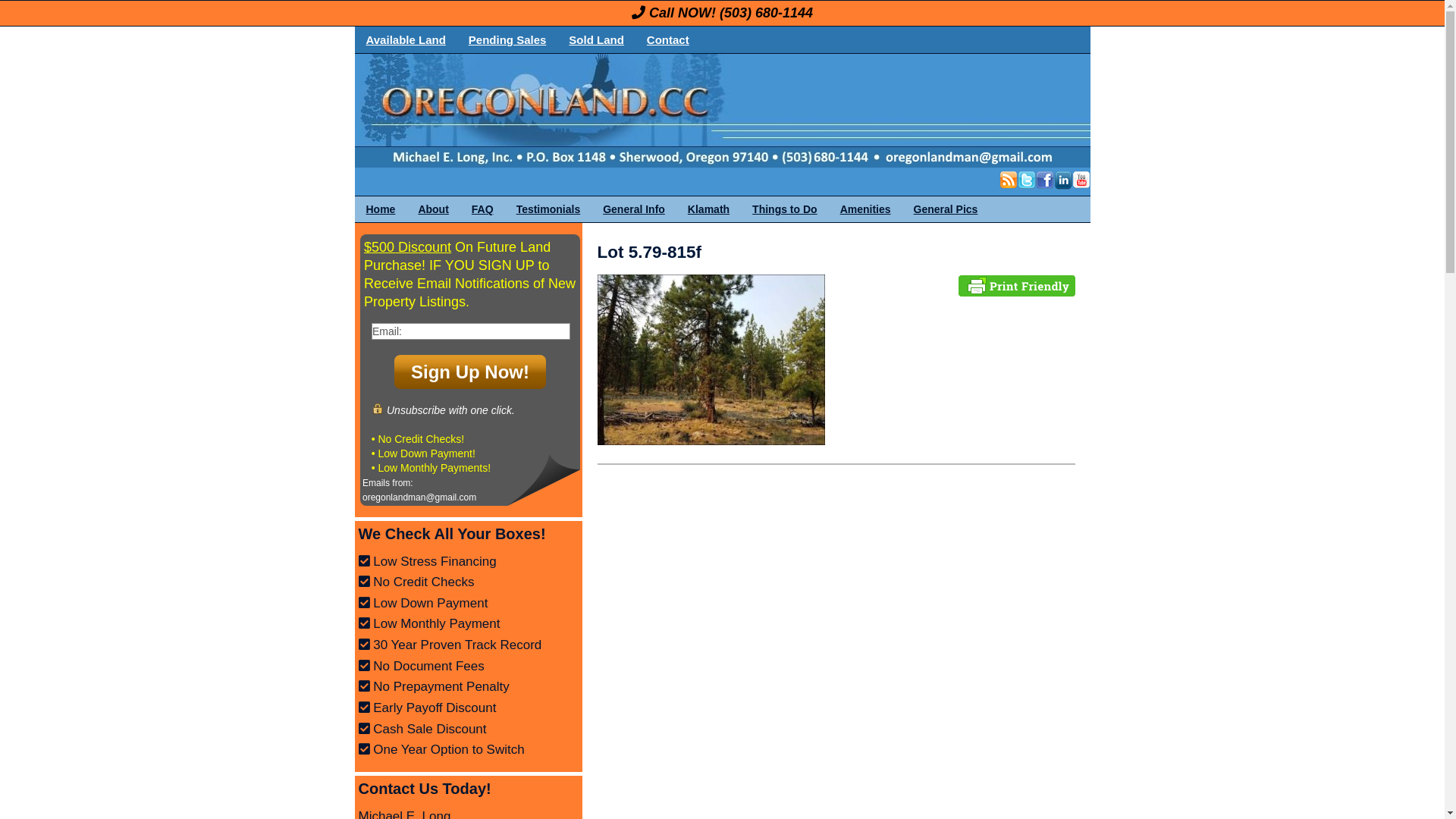  I want to click on 'Sign Up Now!', so click(469, 372).